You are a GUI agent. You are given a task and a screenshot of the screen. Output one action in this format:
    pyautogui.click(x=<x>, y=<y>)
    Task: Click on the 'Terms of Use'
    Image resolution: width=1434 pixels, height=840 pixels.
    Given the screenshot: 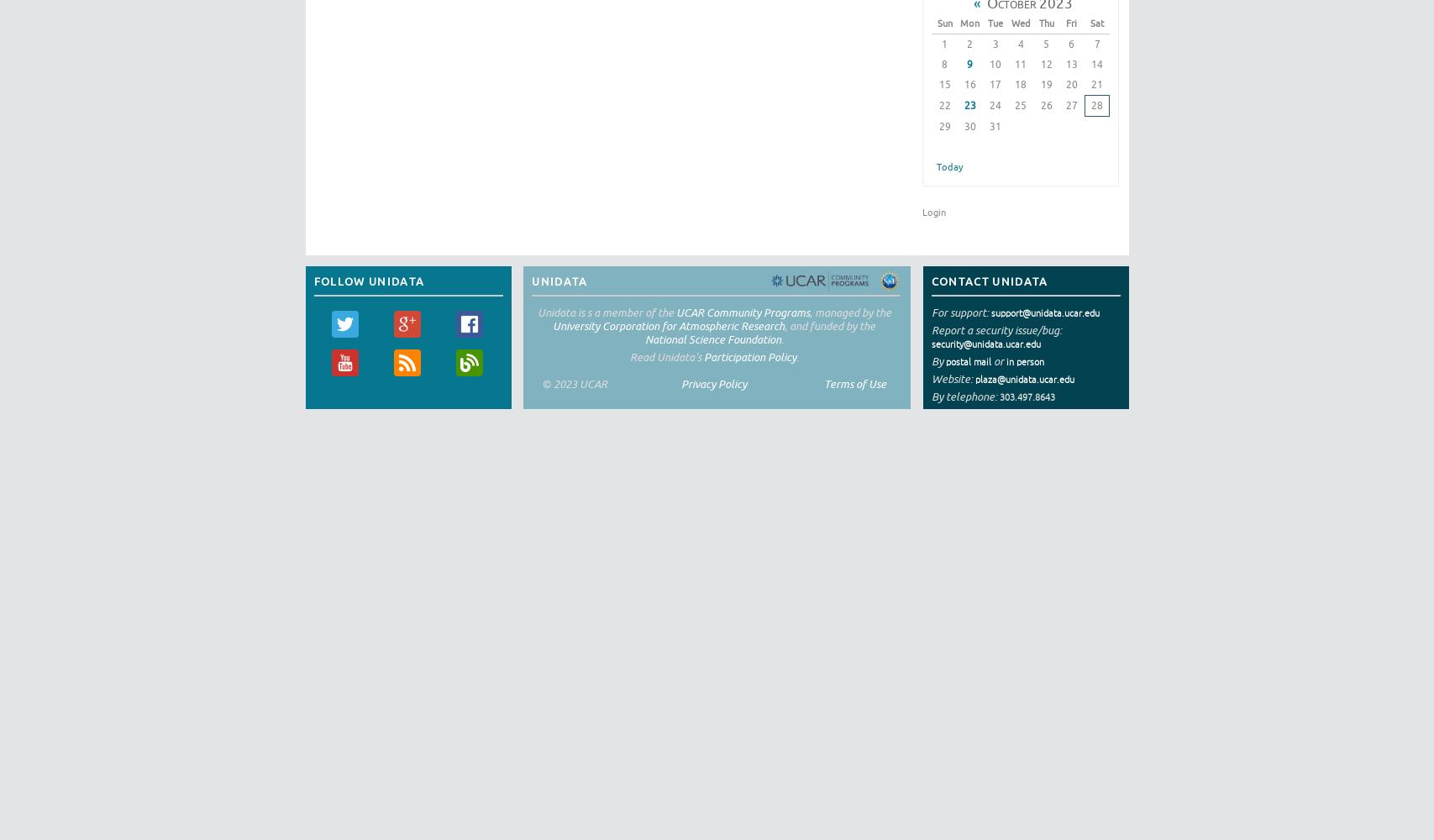 What is the action you would take?
    pyautogui.click(x=854, y=382)
    